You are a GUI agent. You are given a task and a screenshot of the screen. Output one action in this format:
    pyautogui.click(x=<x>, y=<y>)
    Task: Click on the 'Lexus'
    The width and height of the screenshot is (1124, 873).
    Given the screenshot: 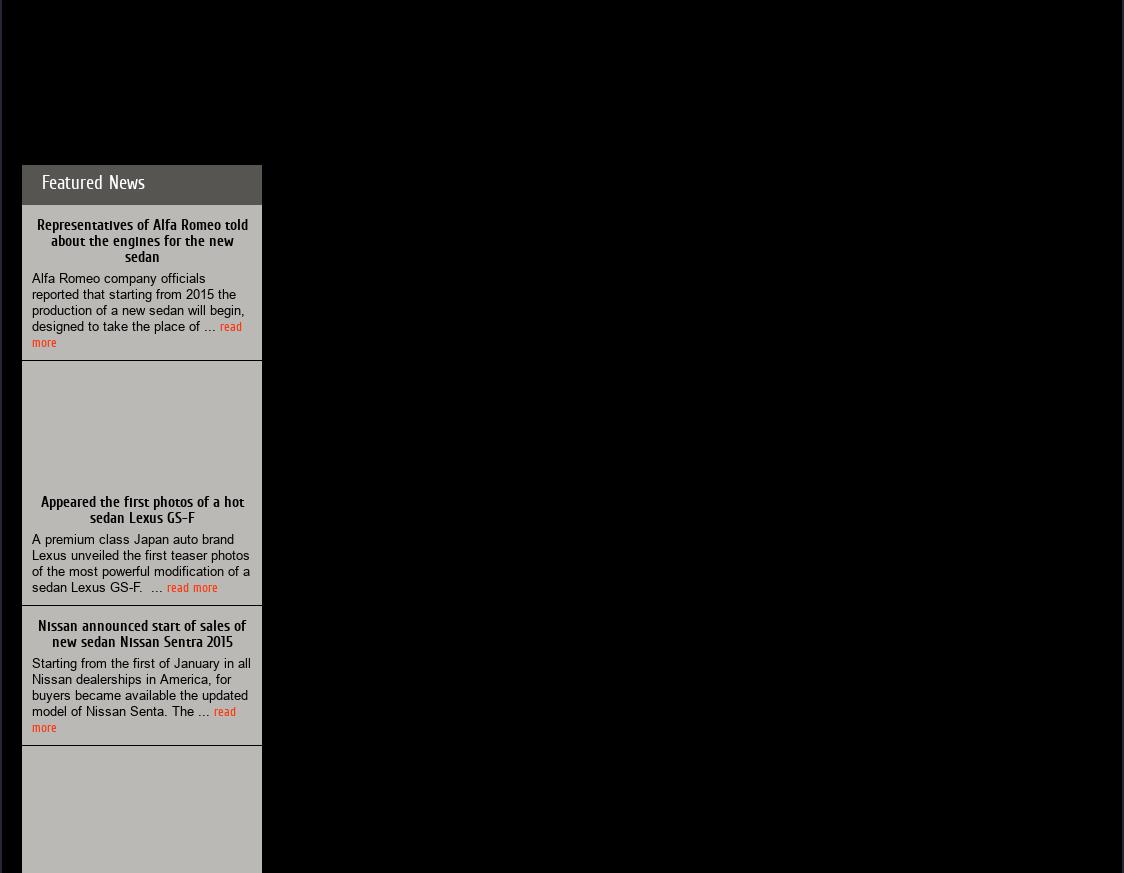 What is the action you would take?
    pyautogui.click(x=48, y=553)
    